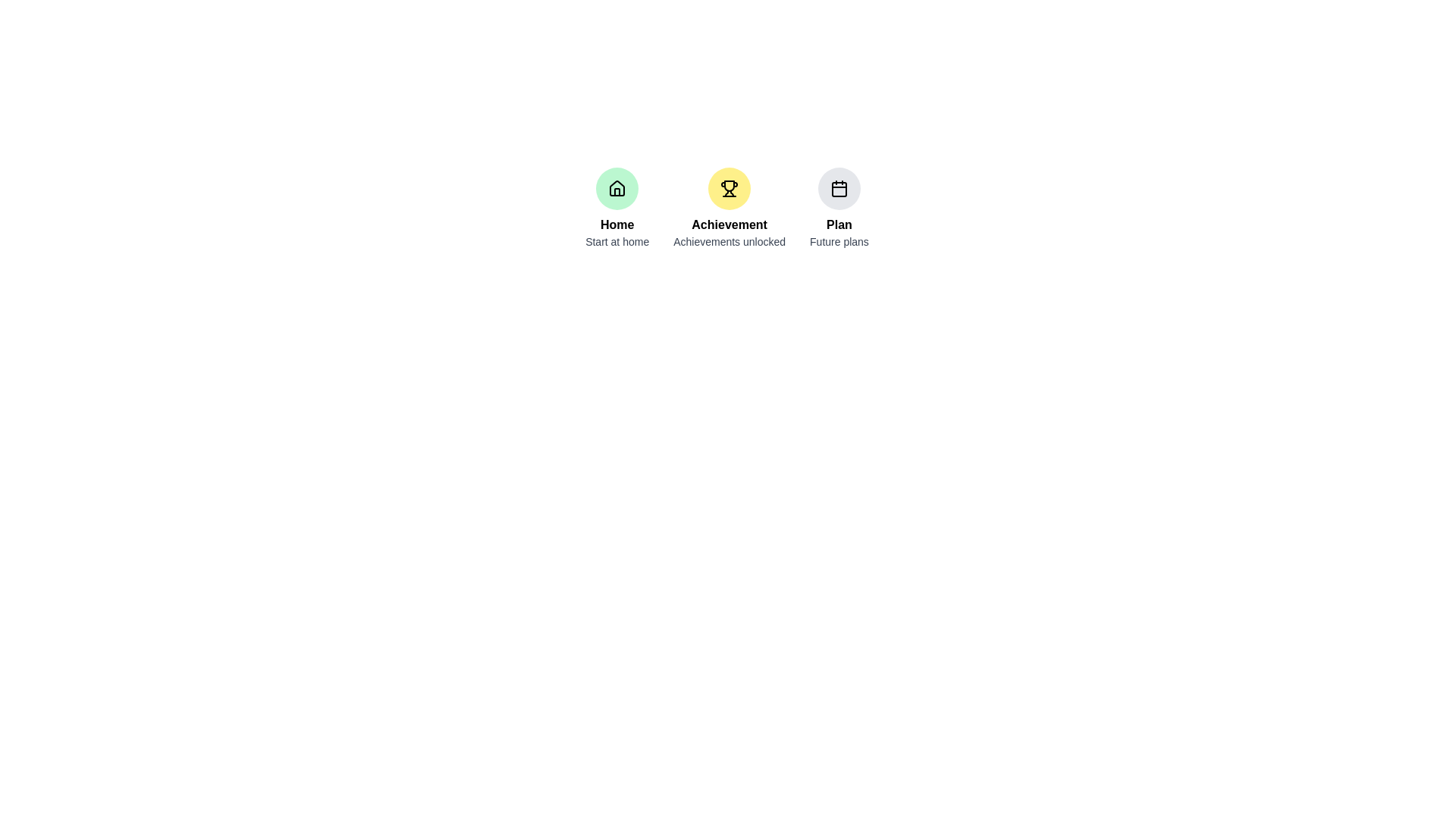  Describe the element at coordinates (838, 188) in the screenshot. I see `the calendar icon located centrally within the 'Plan Future plans' section, positioned above the text 'Plan' and 'Future plans'` at that location.